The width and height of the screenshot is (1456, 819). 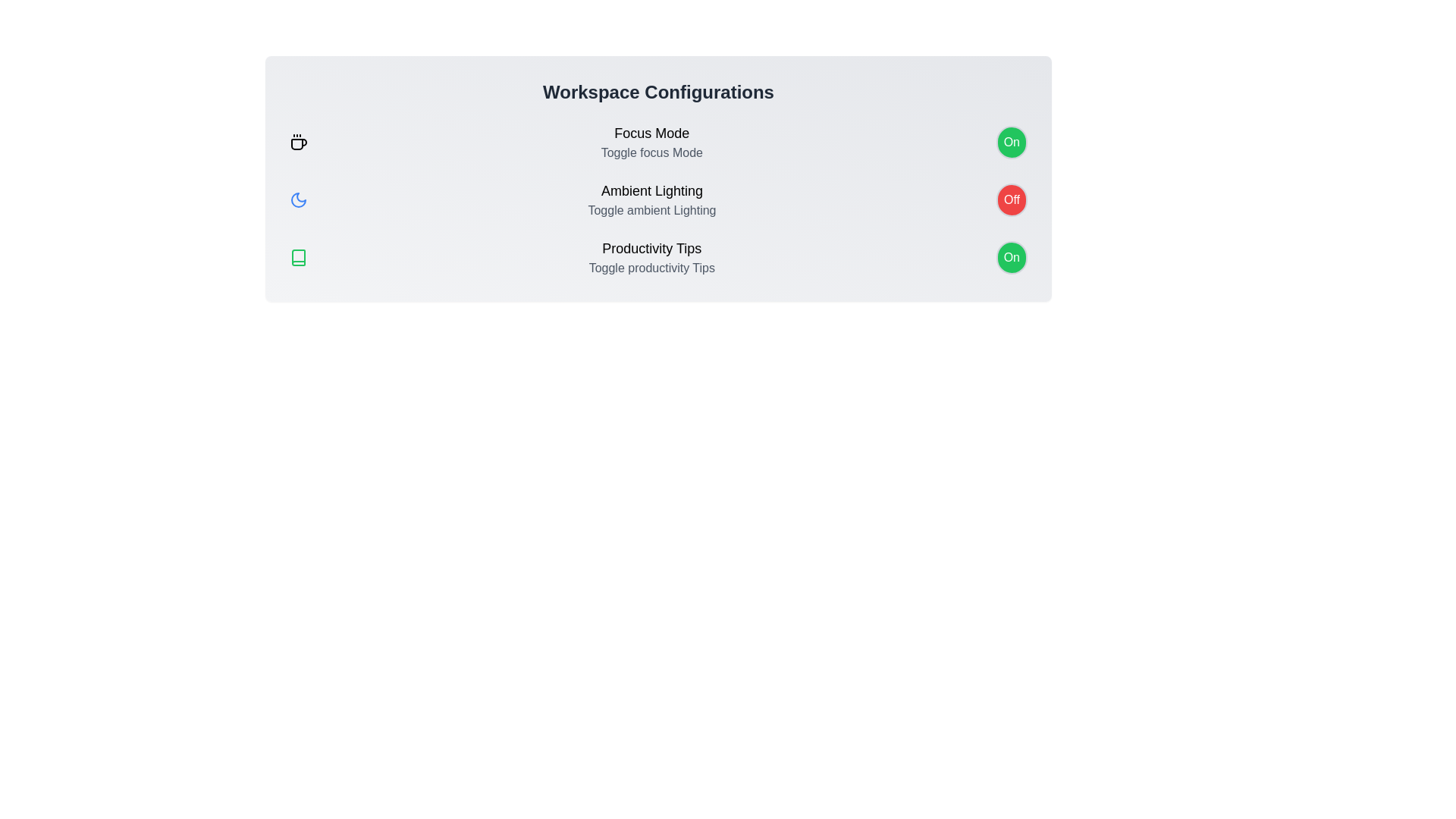 I want to click on the descriptive text for the configuration option Focus Mode, so click(x=651, y=133).